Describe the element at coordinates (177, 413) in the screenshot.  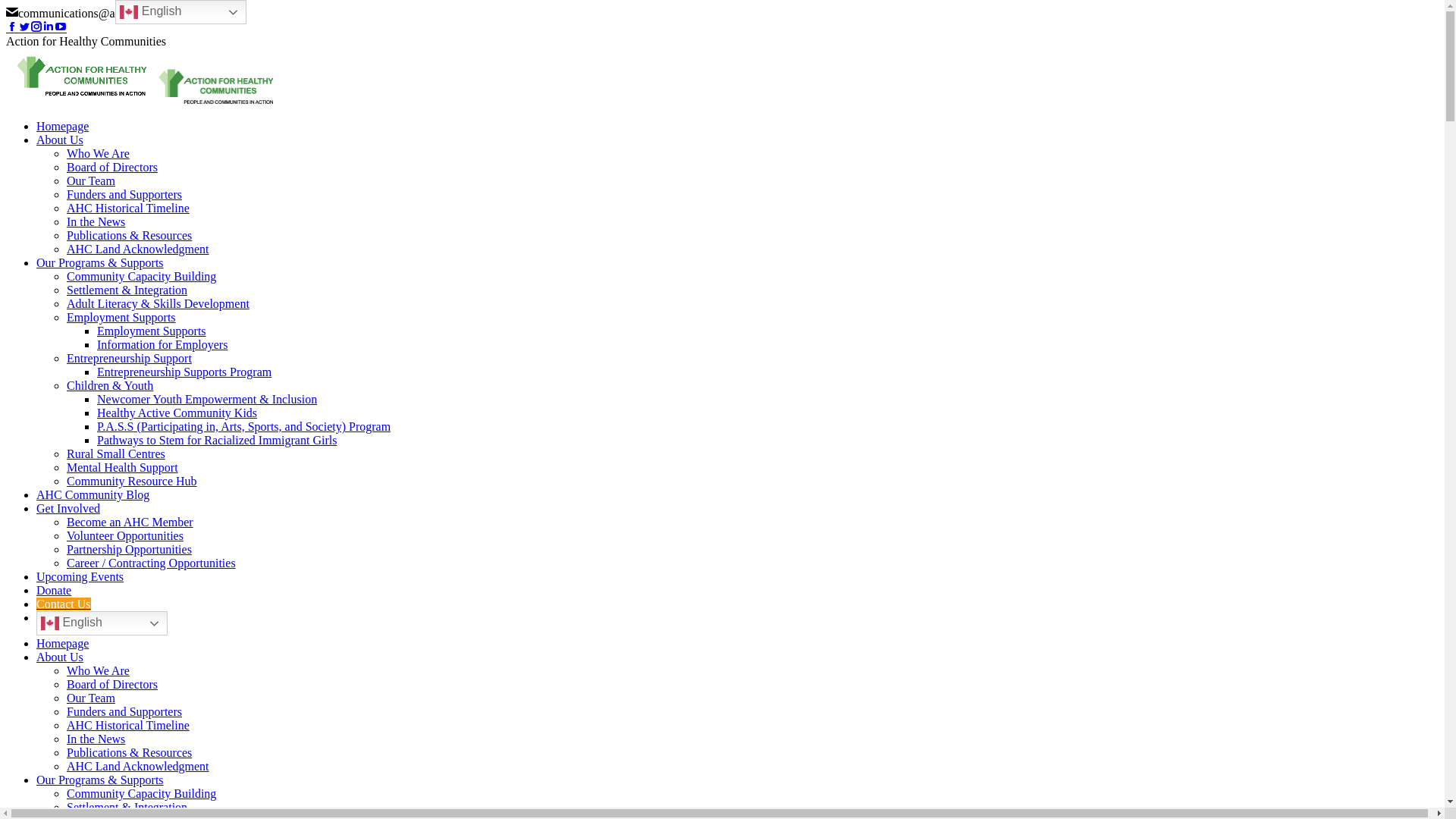
I see `'Healthy Active Community Kids'` at that location.